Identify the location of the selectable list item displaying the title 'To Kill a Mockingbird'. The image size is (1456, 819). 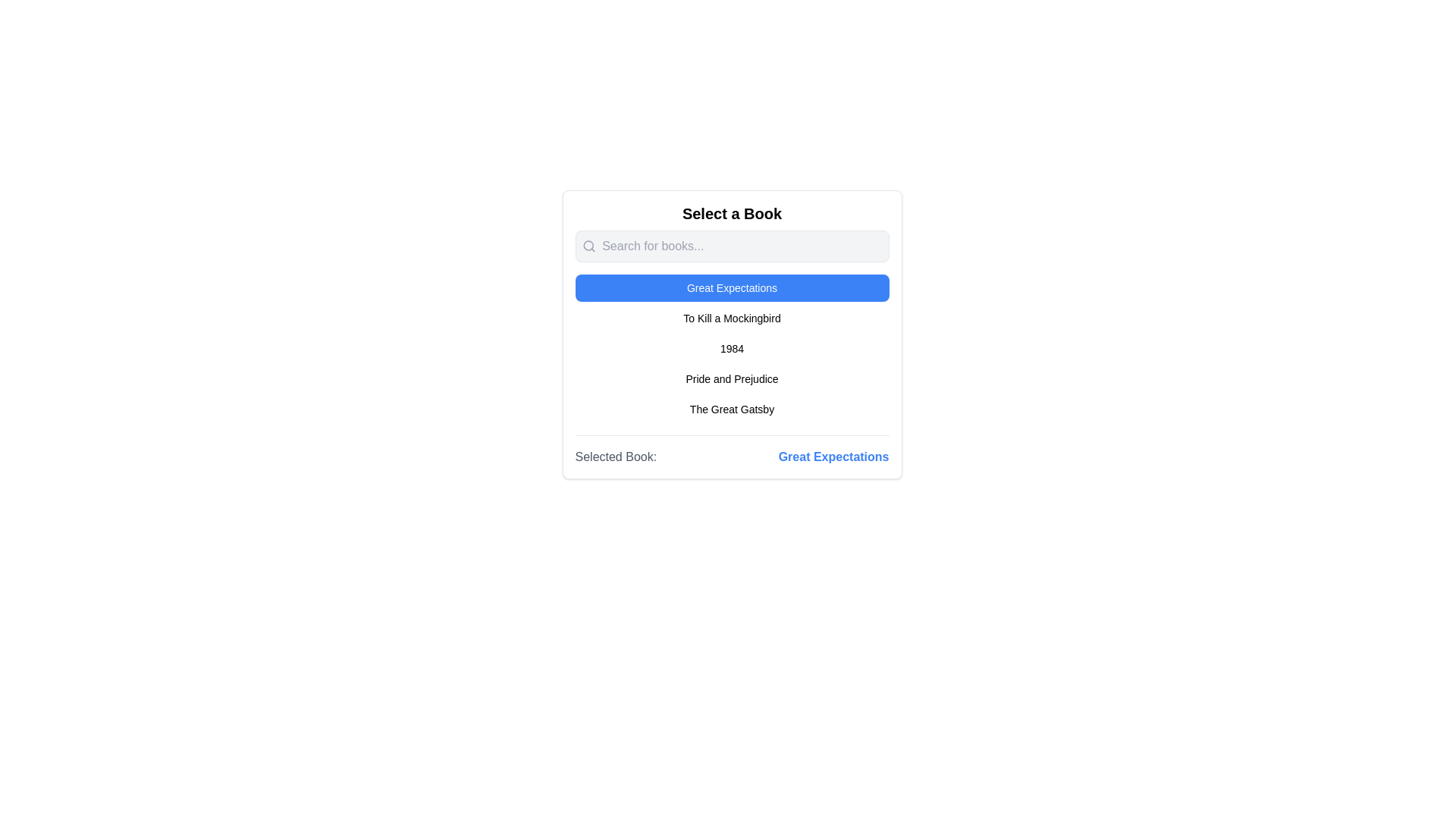
(732, 318).